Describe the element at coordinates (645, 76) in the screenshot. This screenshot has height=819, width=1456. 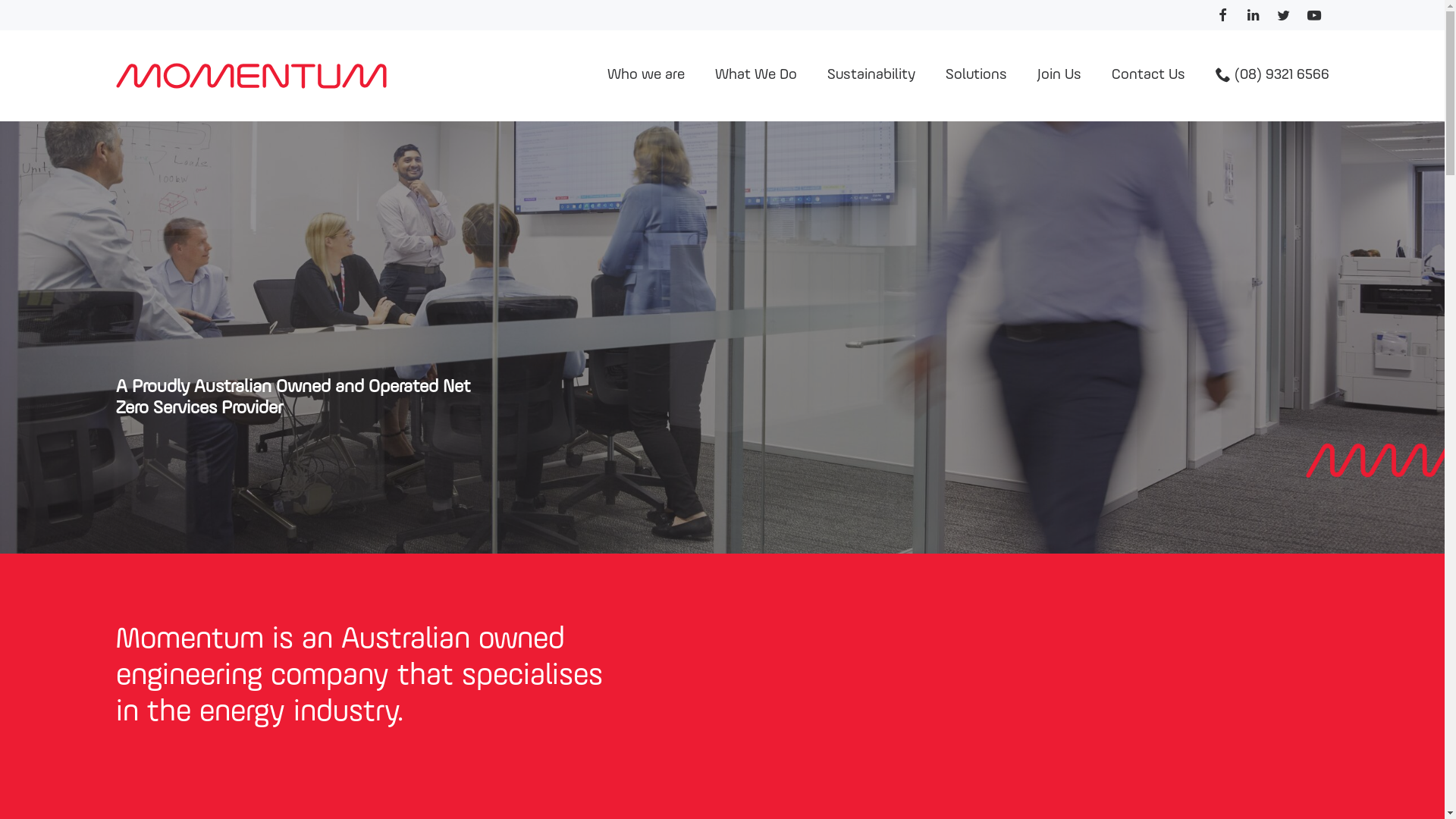
I see `'Who we are'` at that location.